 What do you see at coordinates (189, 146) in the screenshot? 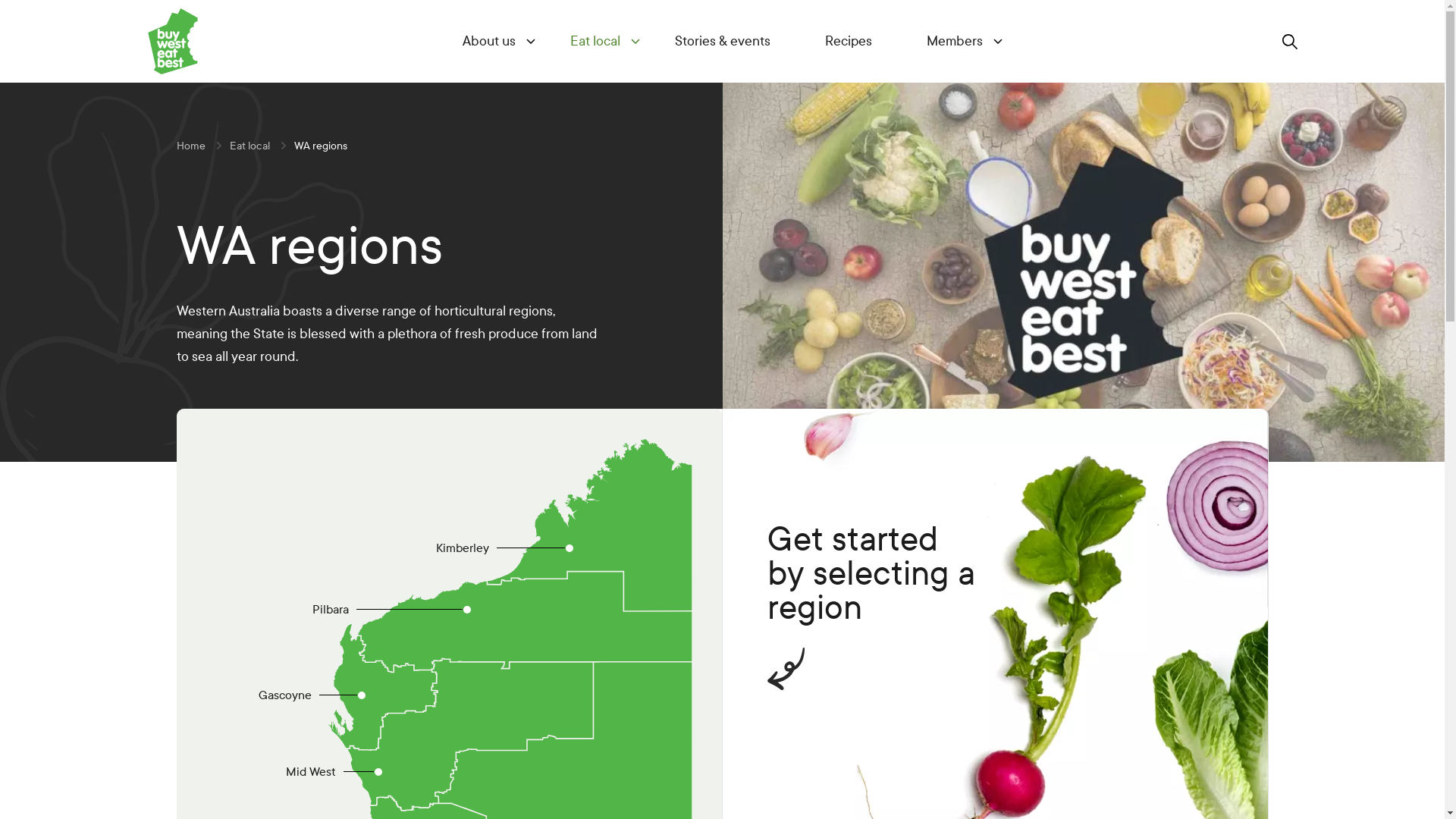
I see `'Home'` at bounding box center [189, 146].